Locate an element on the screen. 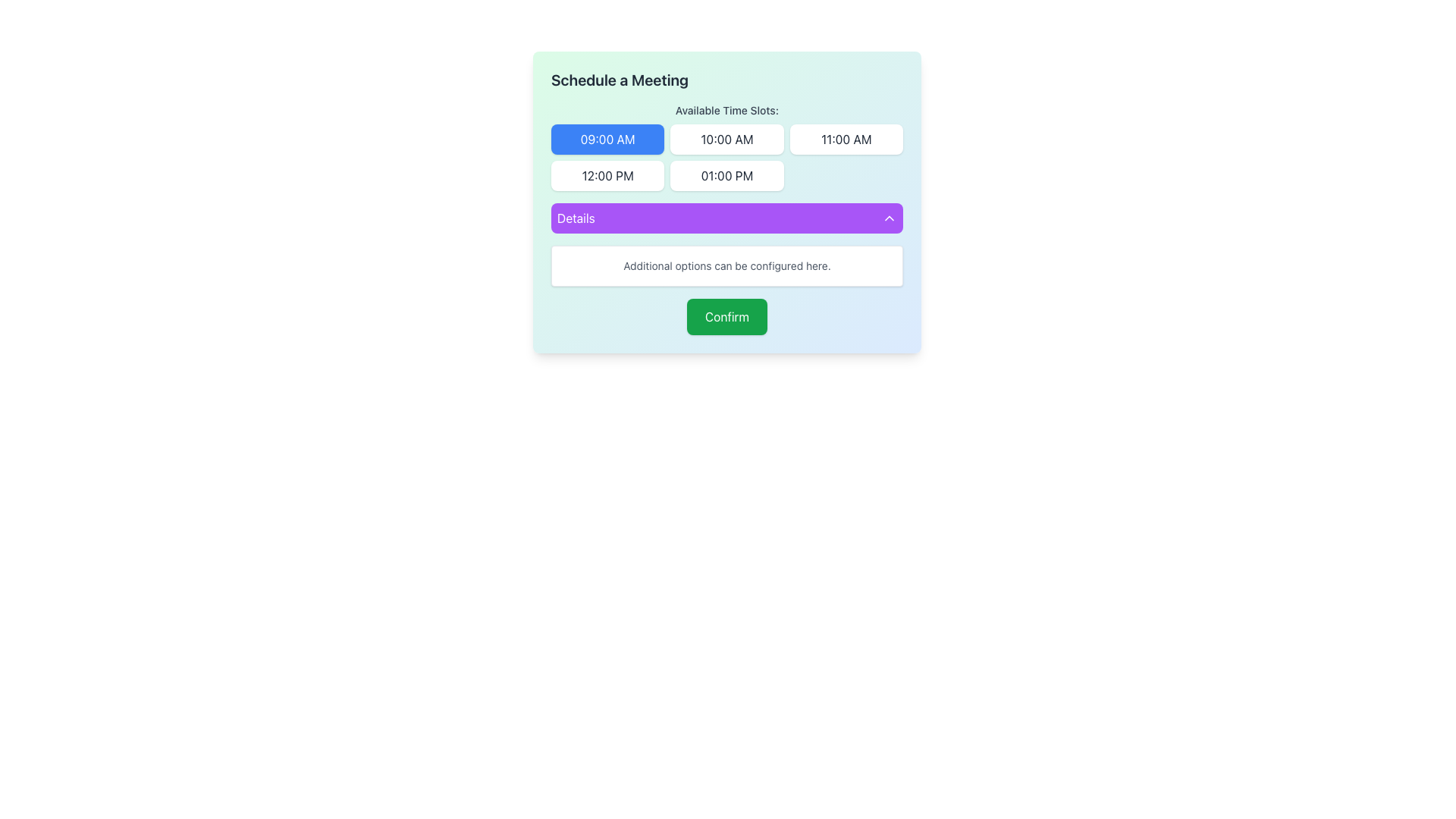 The image size is (1456, 819). the button labeled '12:00 PM' is located at coordinates (607, 174).